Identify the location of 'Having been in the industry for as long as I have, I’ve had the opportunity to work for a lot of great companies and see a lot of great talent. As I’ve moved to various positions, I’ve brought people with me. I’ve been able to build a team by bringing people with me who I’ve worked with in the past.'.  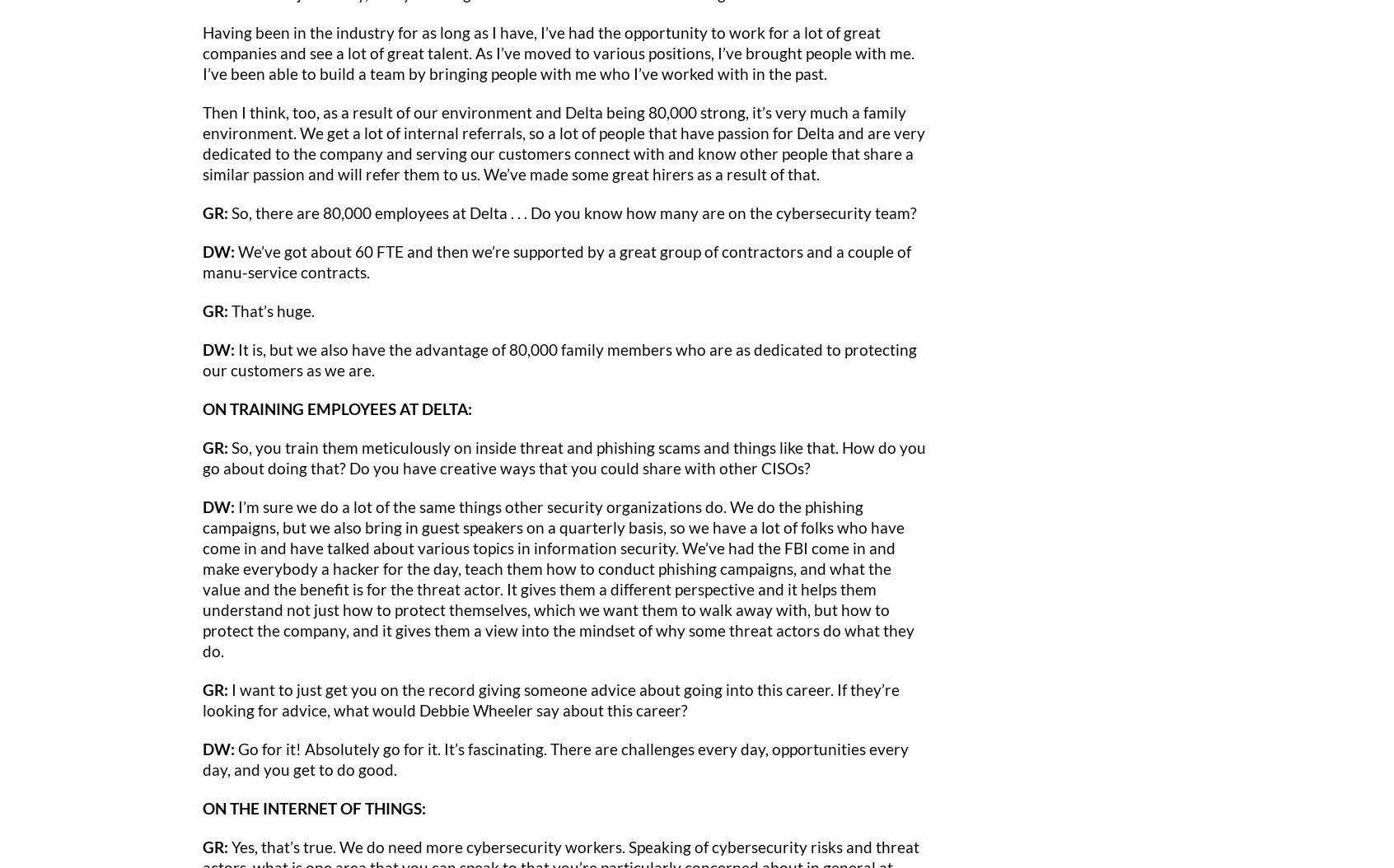
(203, 51).